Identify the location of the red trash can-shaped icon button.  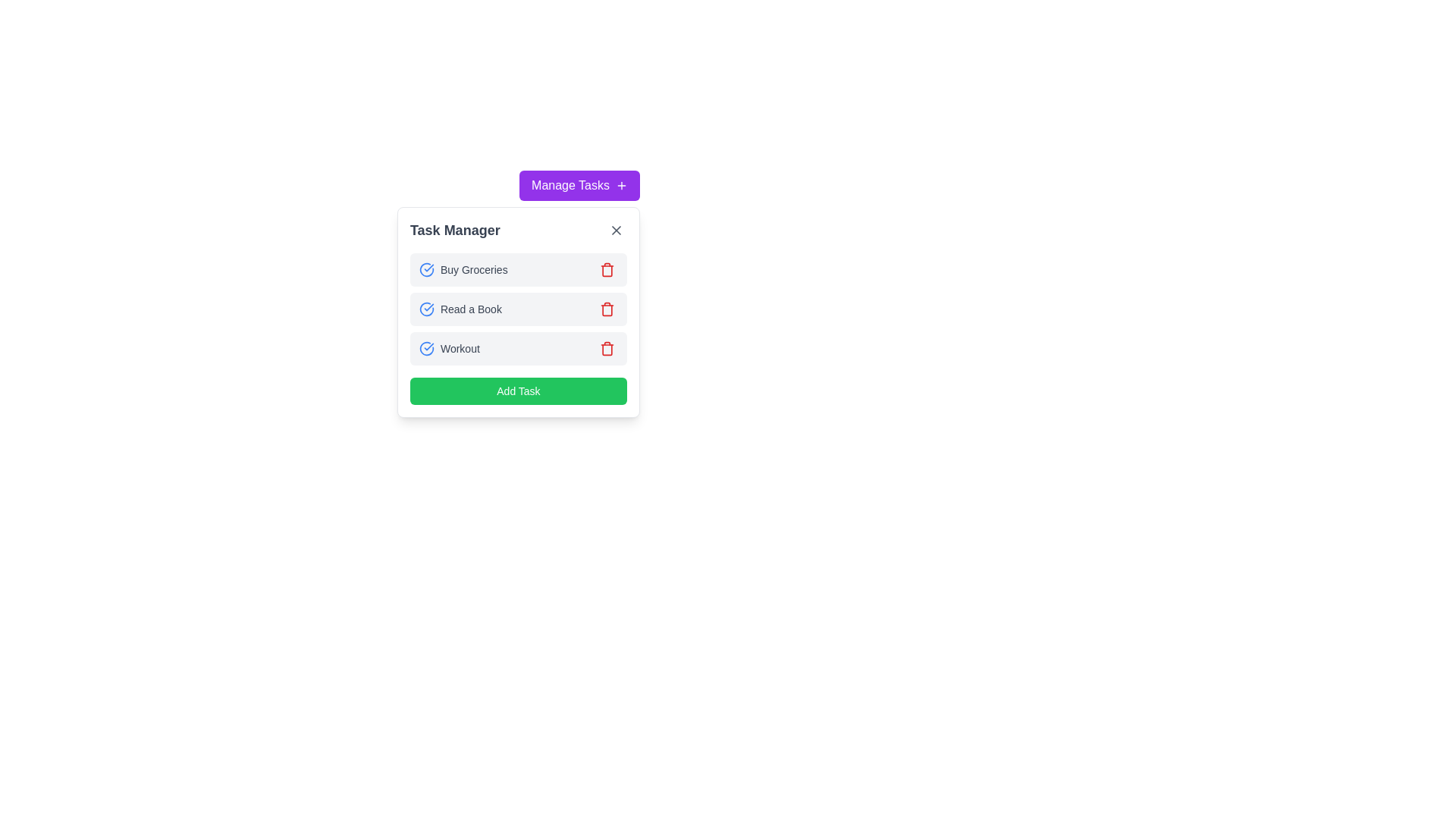
(607, 348).